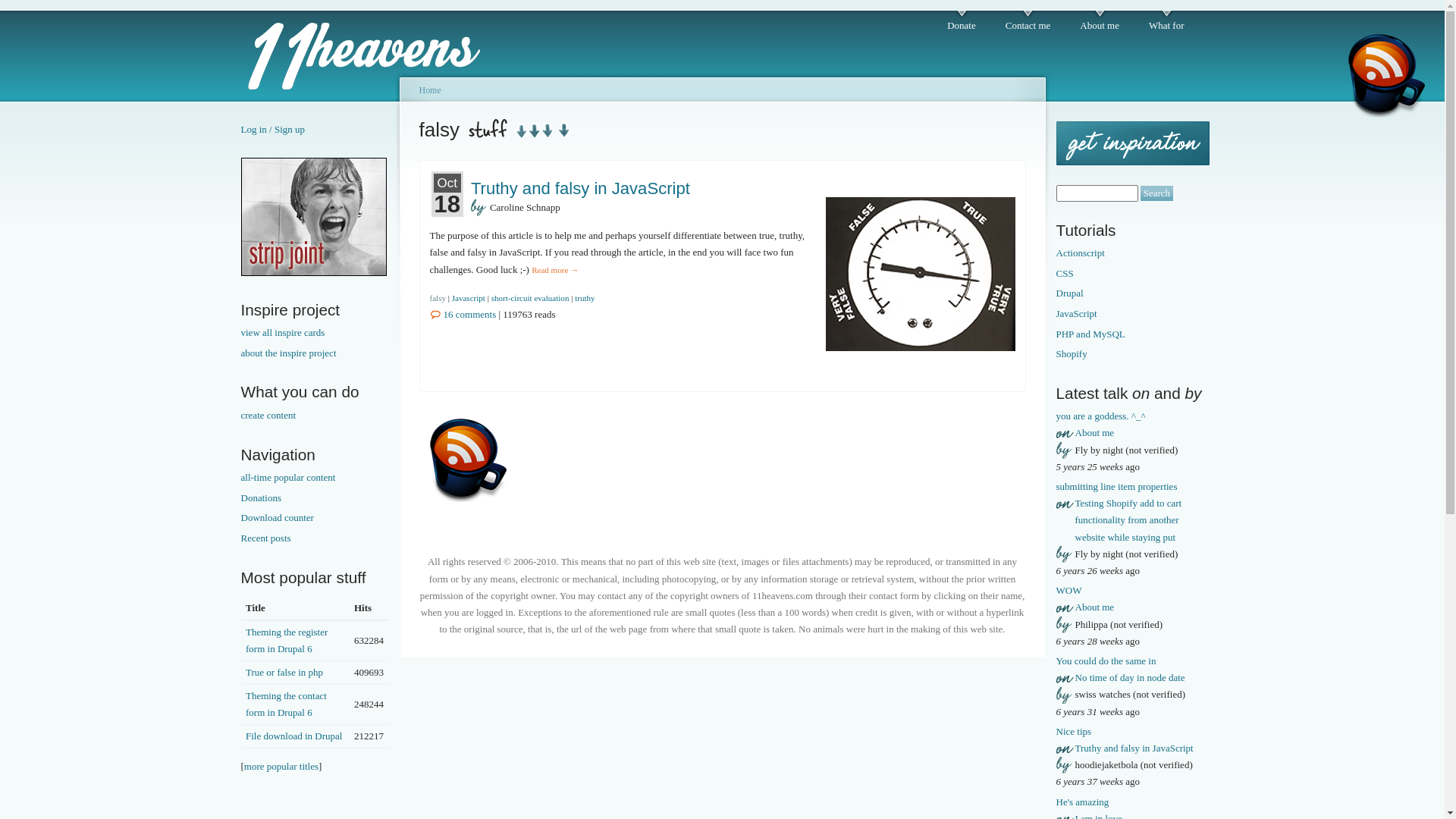 The image size is (1456, 819). What do you see at coordinates (1129, 274) in the screenshot?
I see `'CSS'` at bounding box center [1129, 274].